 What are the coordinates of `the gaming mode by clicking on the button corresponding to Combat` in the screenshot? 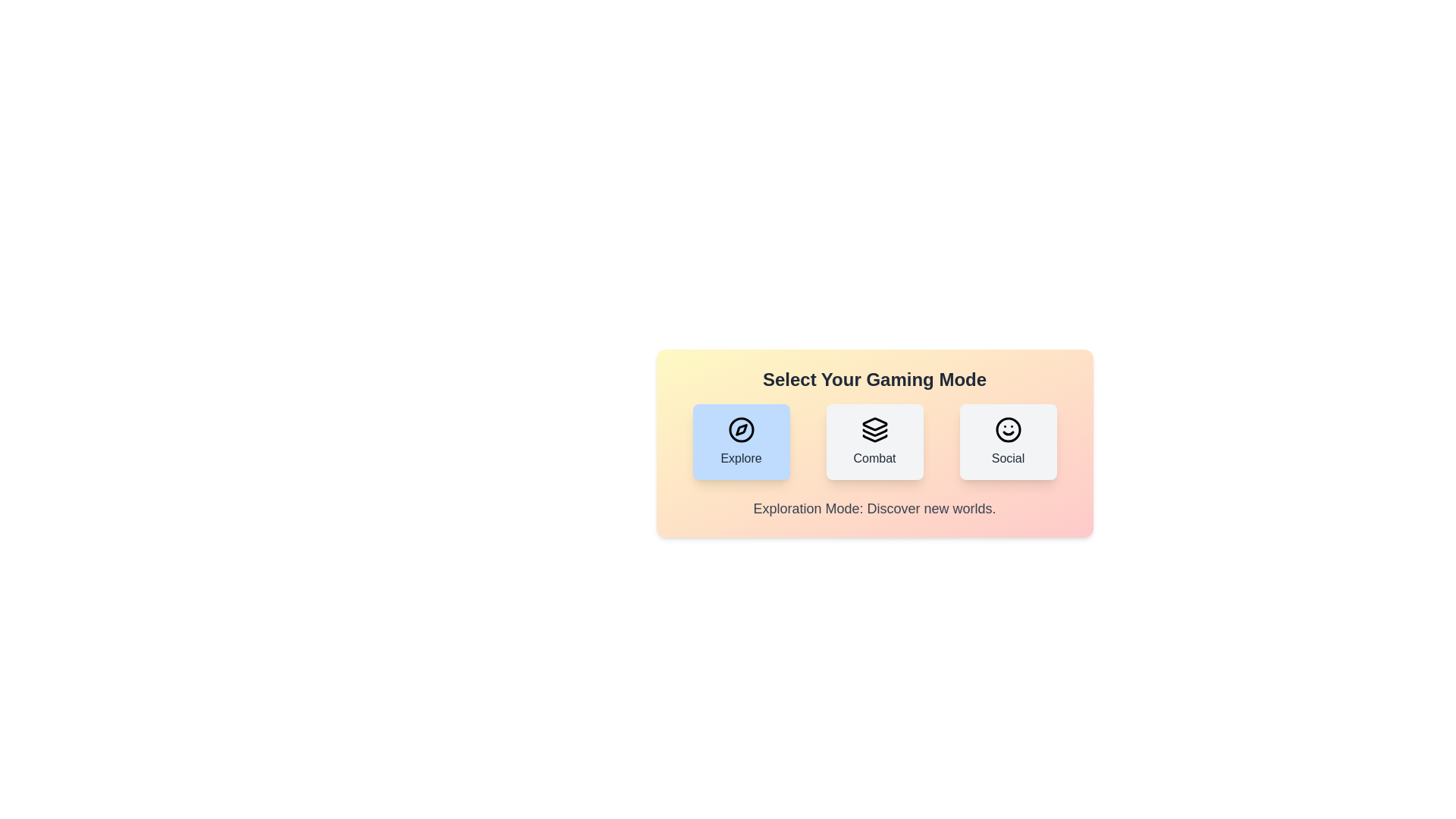 It's located at (874, 441).